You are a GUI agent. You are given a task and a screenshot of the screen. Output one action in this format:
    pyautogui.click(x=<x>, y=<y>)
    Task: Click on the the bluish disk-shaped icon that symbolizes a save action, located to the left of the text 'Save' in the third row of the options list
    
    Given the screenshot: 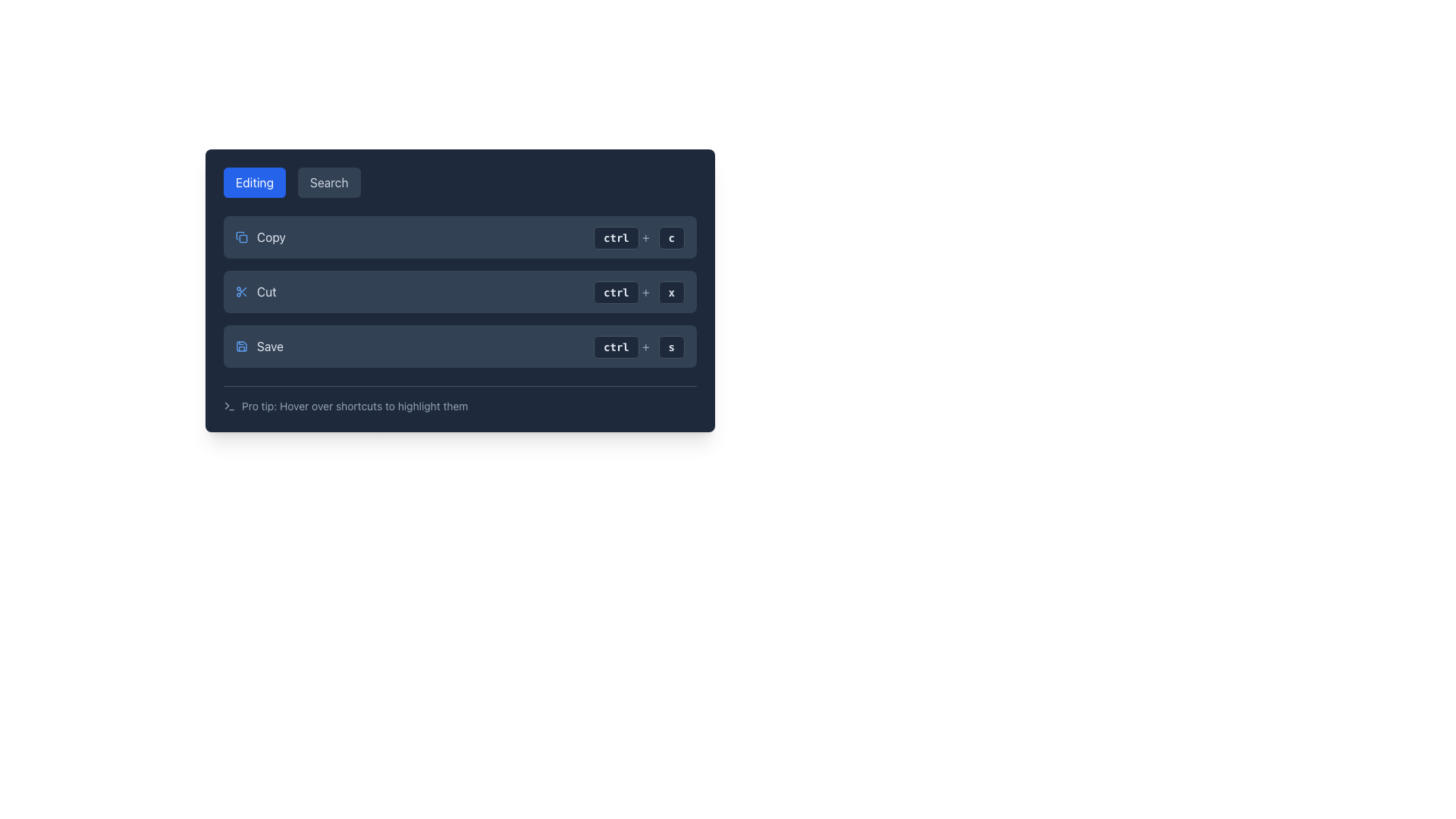 What is the action you would take?
    pyautogui.click(x=240, y=346)
    